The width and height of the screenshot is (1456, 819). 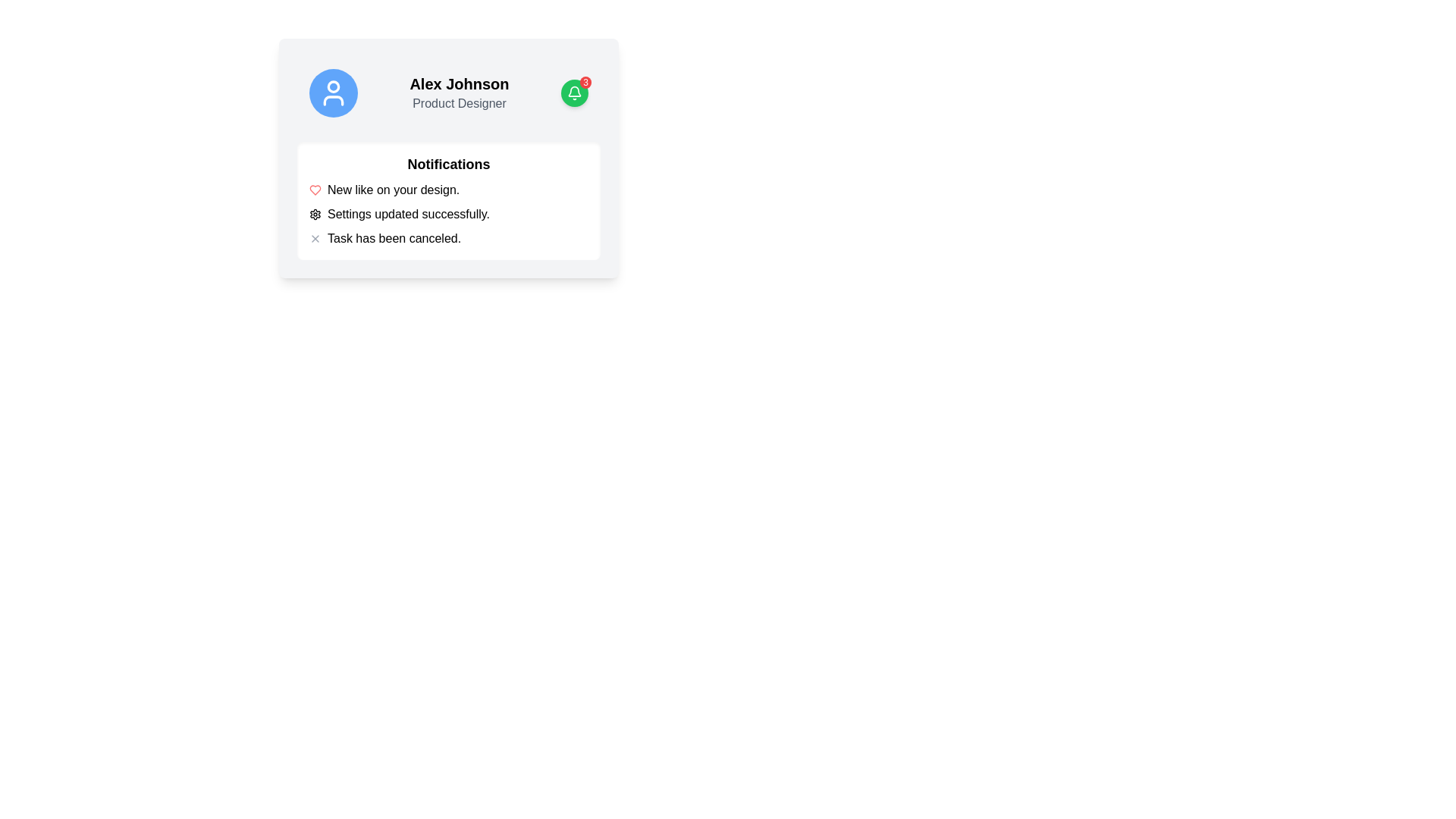 What do you see at coordinates (408, 214) in the screenshot?
I see `the notification message Text Label indicating successful updates to settings, which is the second item in the notification panel` at bounding box center [408, 214].